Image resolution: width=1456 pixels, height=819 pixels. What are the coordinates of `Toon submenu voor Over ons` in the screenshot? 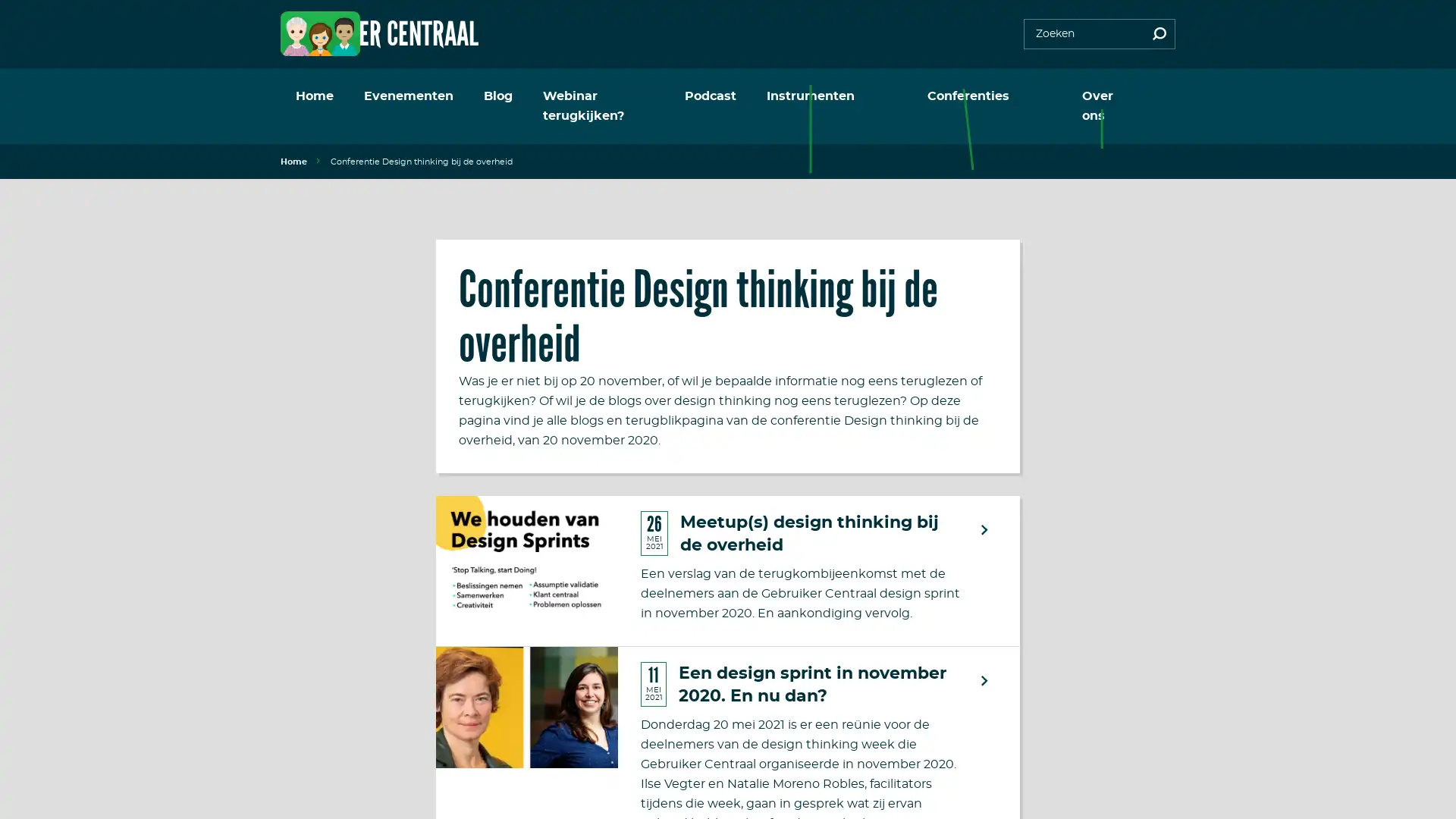 It's located at (1146, 96).